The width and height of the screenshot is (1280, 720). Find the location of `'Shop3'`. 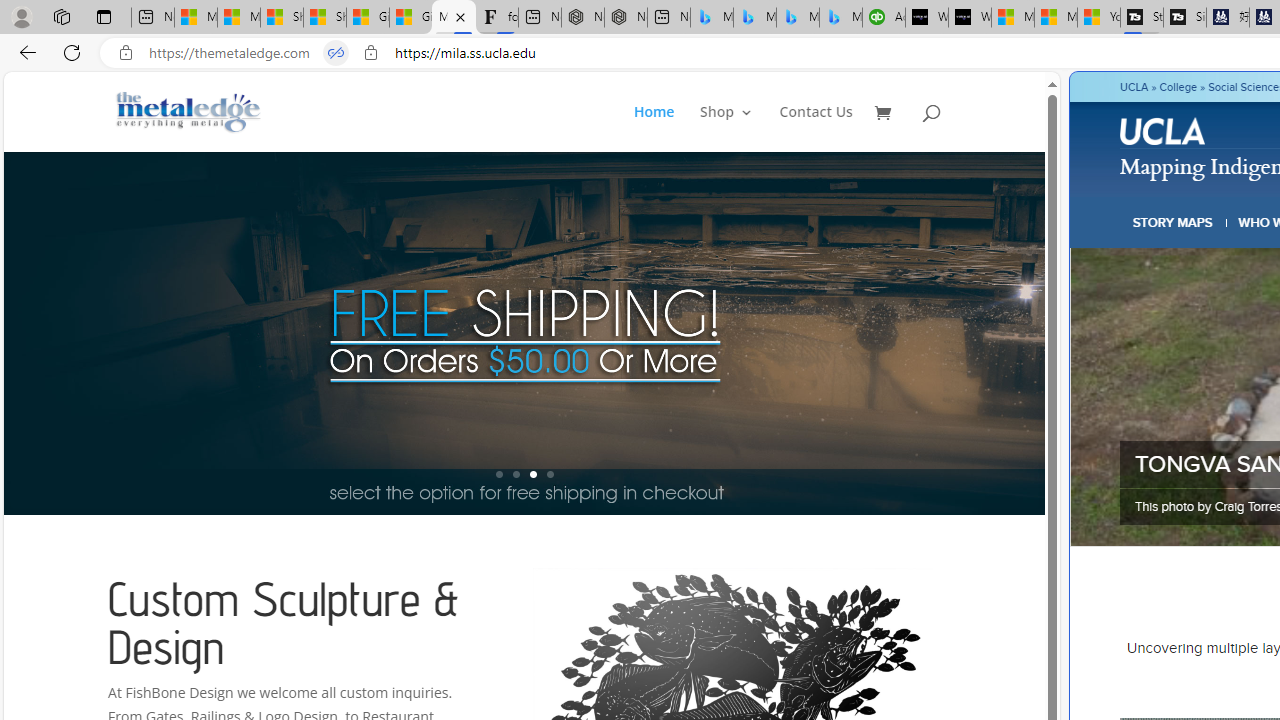

'Shop3' is located at coordinates (736, 128).